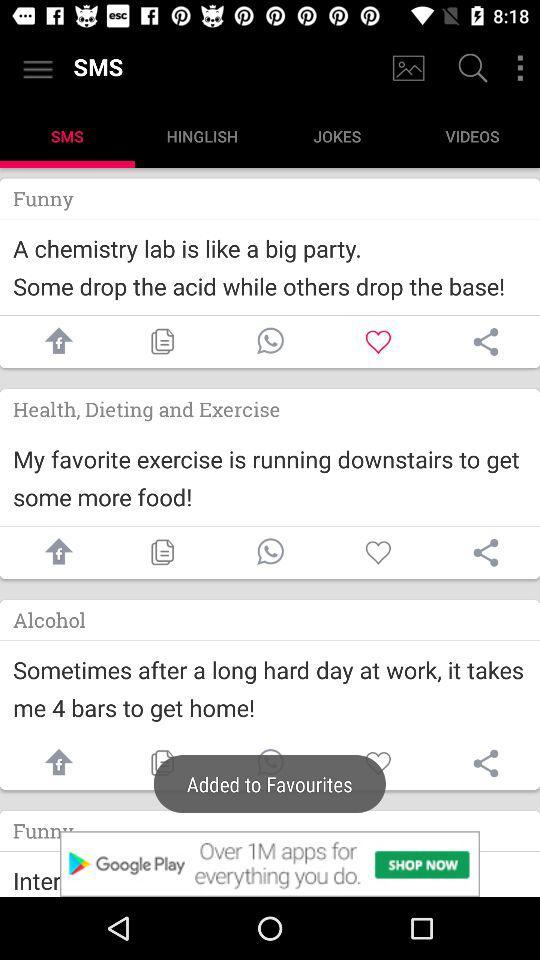 The height and width of the screenshot is (960, 540). I want to click on facebook, so click(54, 762).